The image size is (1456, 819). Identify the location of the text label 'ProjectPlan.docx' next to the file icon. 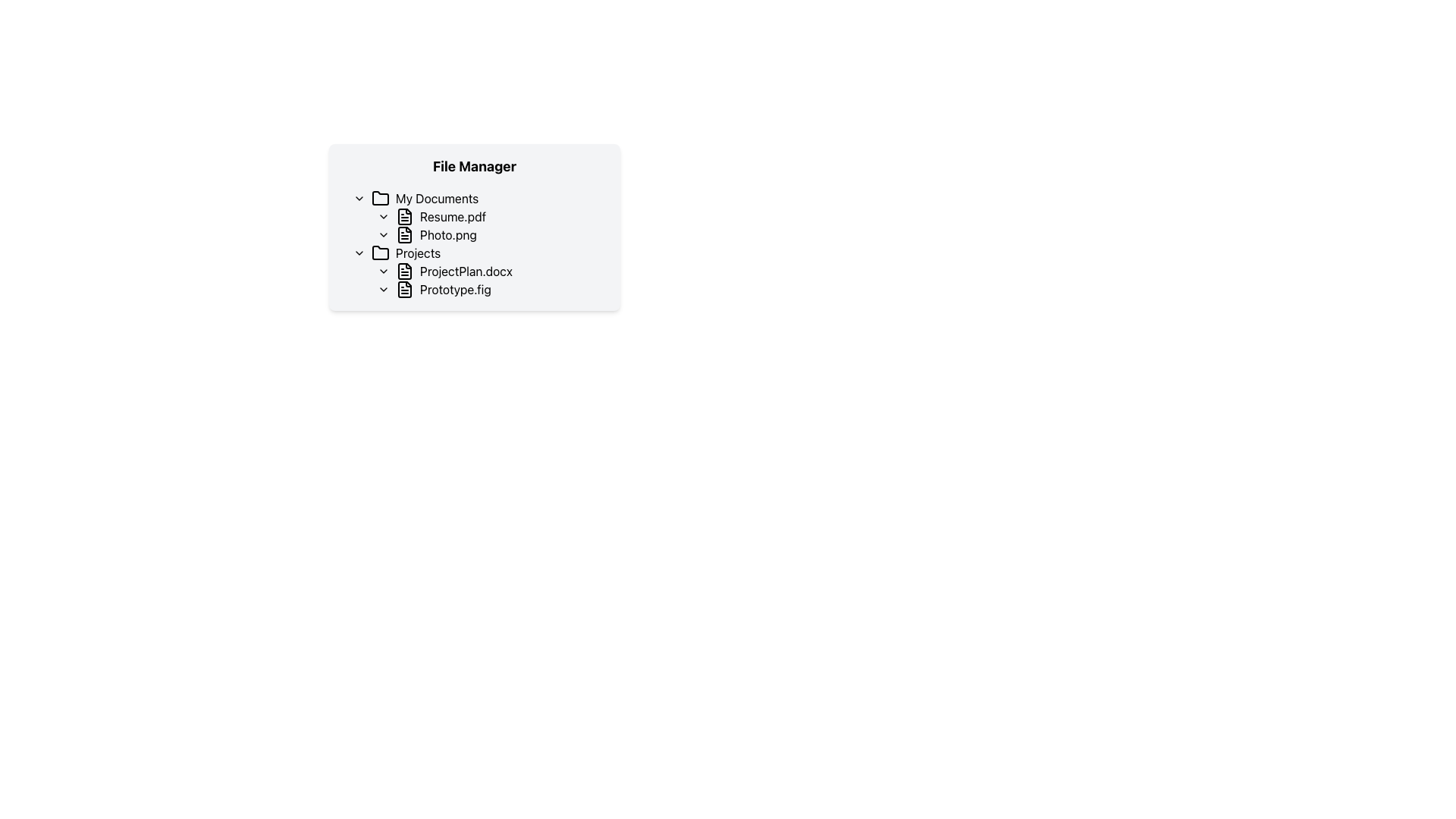
(492, 271).